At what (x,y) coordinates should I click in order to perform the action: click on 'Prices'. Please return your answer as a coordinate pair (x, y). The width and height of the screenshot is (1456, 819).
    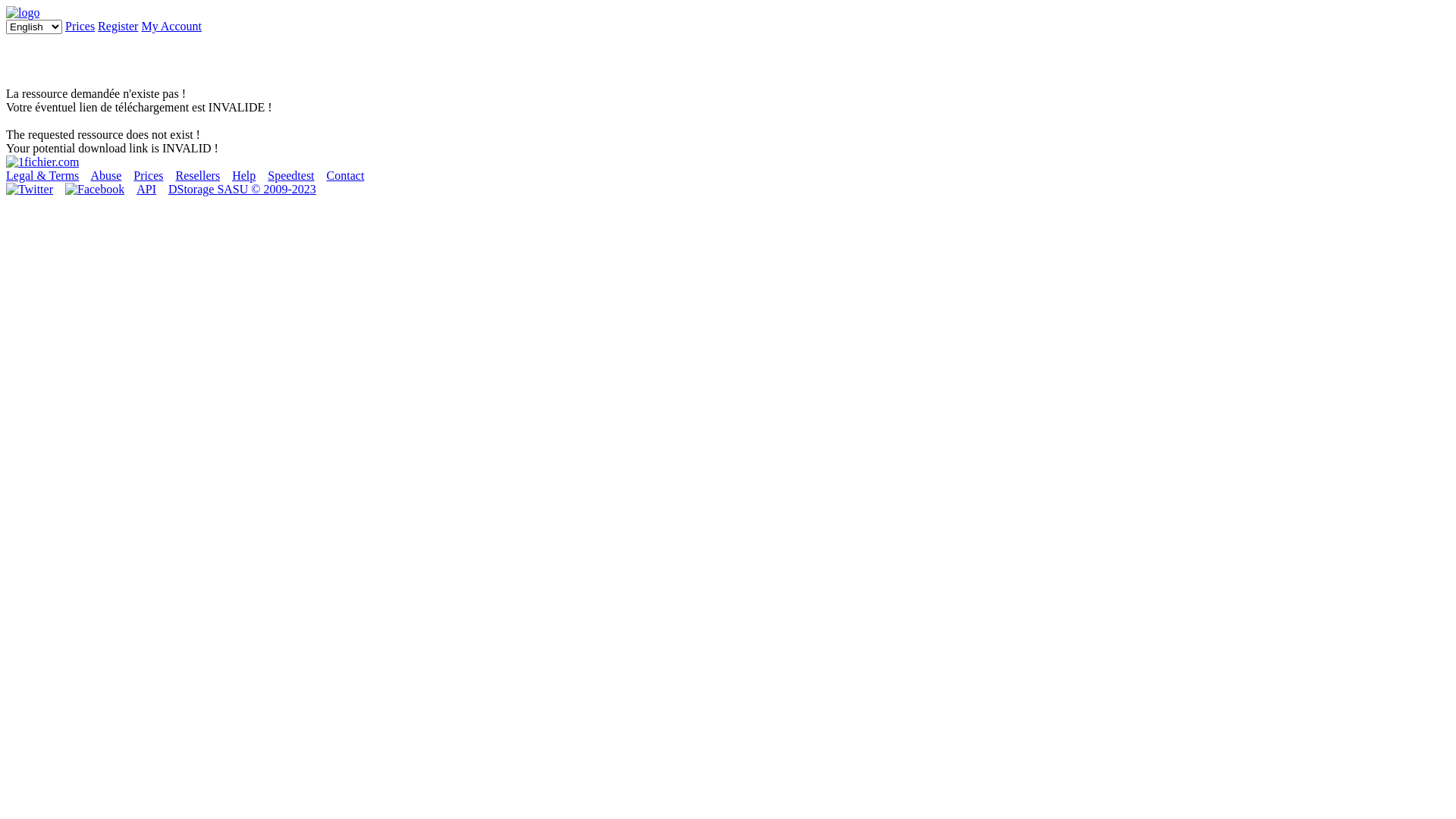
    Looking at the image, I should click on (79, 26).